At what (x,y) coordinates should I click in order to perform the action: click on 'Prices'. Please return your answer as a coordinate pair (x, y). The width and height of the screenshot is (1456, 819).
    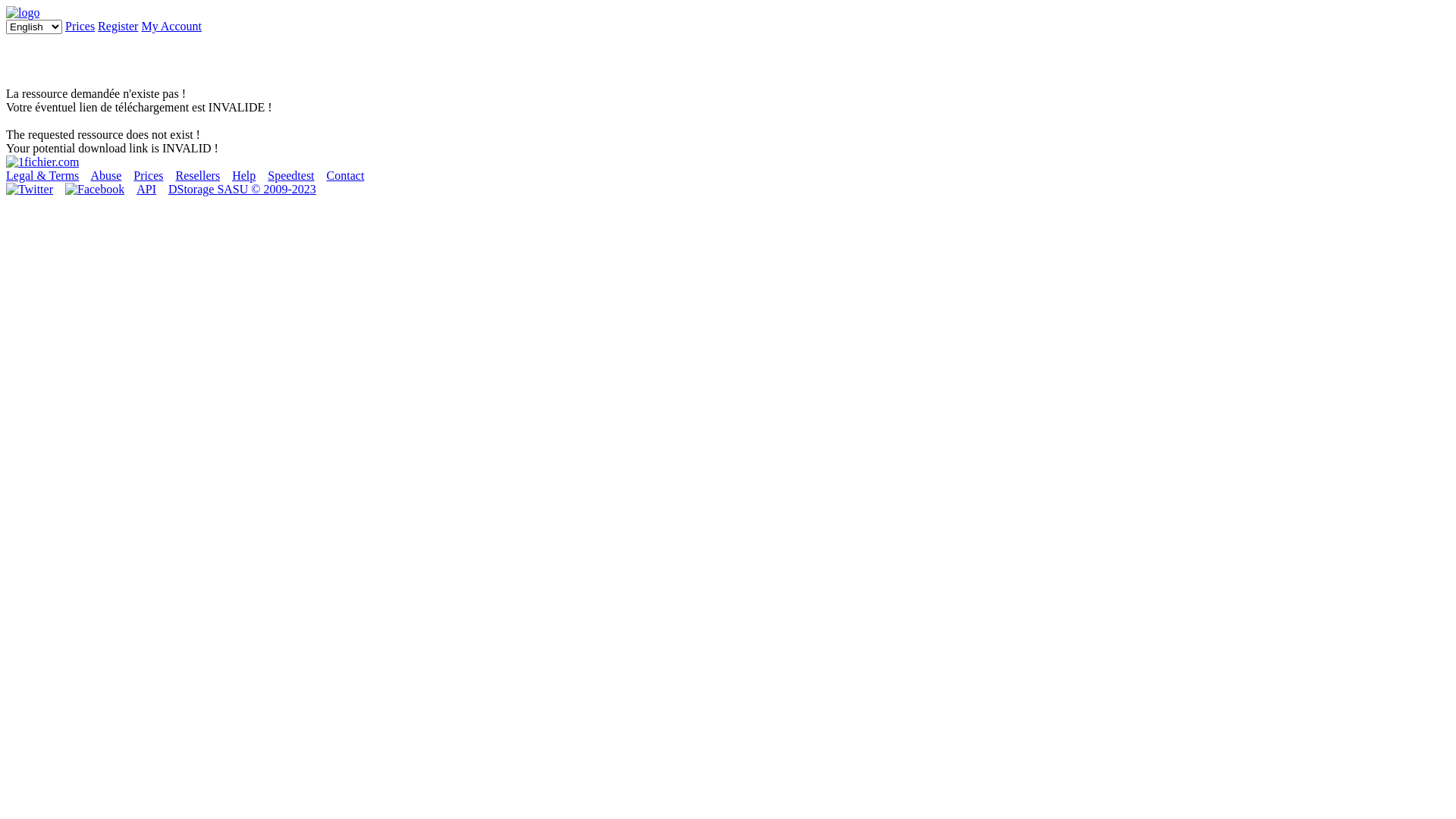
    Looking at the image, I should click on (79, 26).